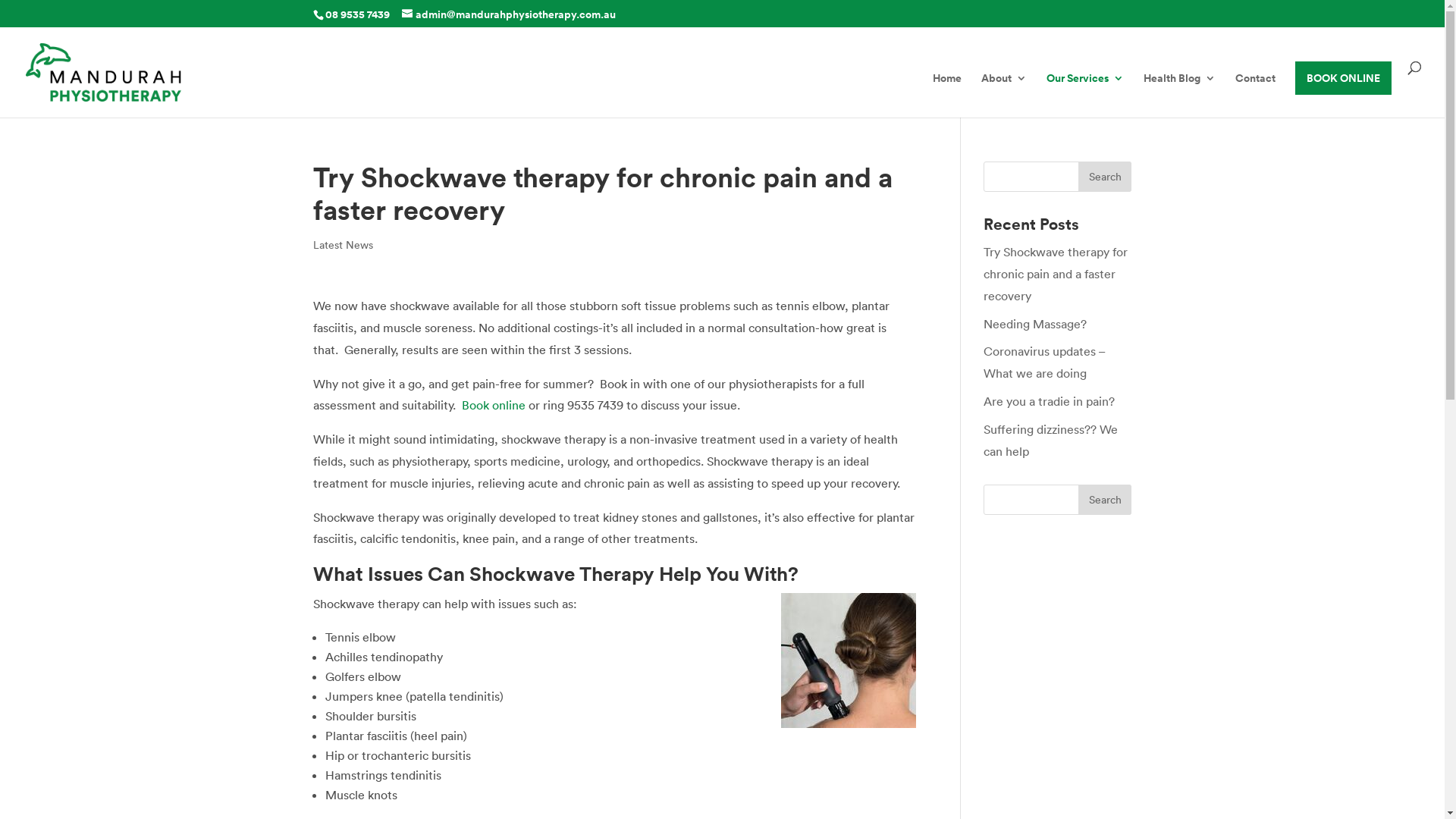 The image size is (1456, 819). Describe the element at coordinates (1050, 440) in the screenshot. I see `'Suffering dizziness?? We can help'` at that location.